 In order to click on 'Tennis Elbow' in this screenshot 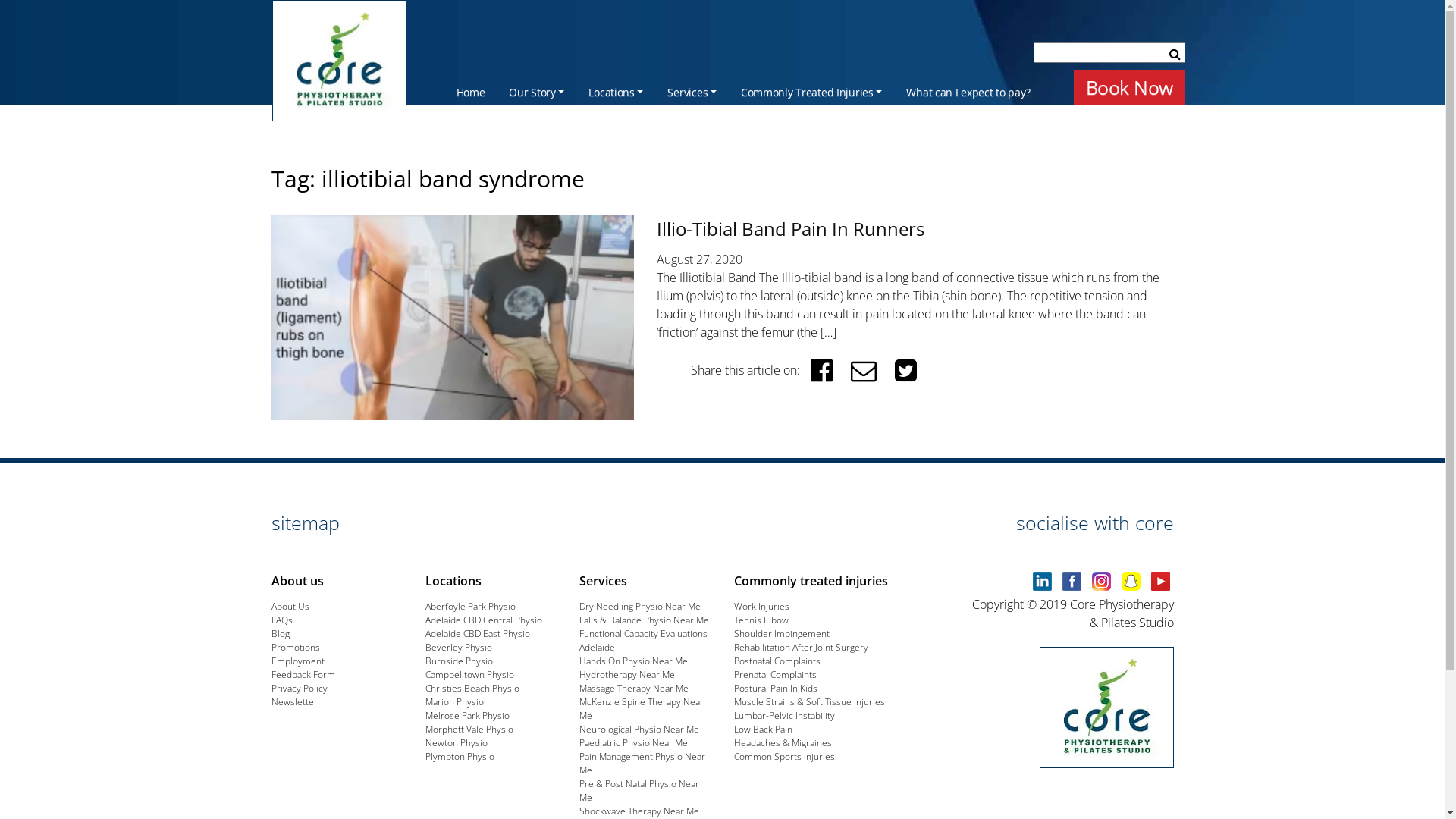, I will do `click(761, 620)`.